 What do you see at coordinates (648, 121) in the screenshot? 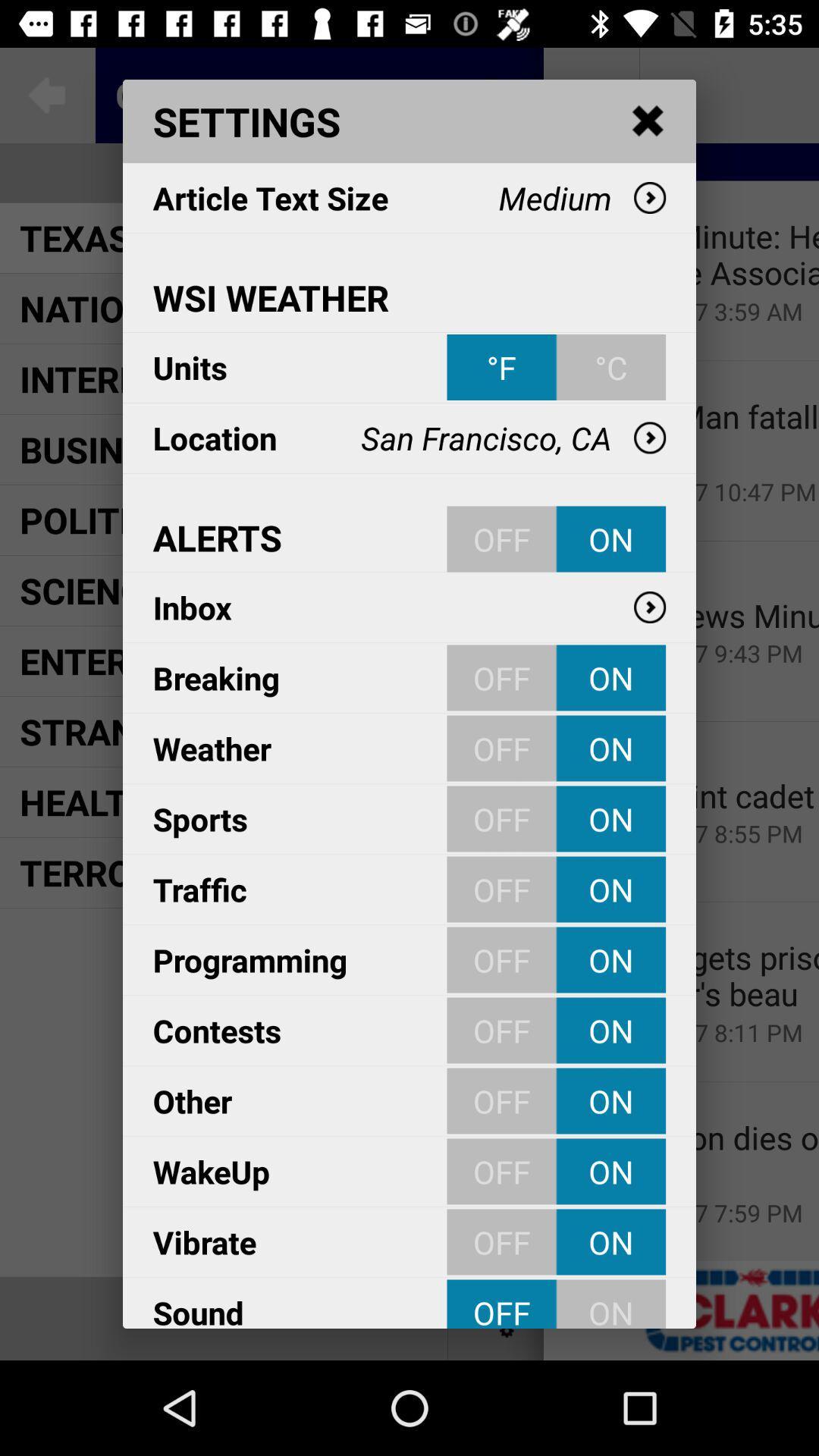
I see `the item above the medium` at bounding box center [648, 121].